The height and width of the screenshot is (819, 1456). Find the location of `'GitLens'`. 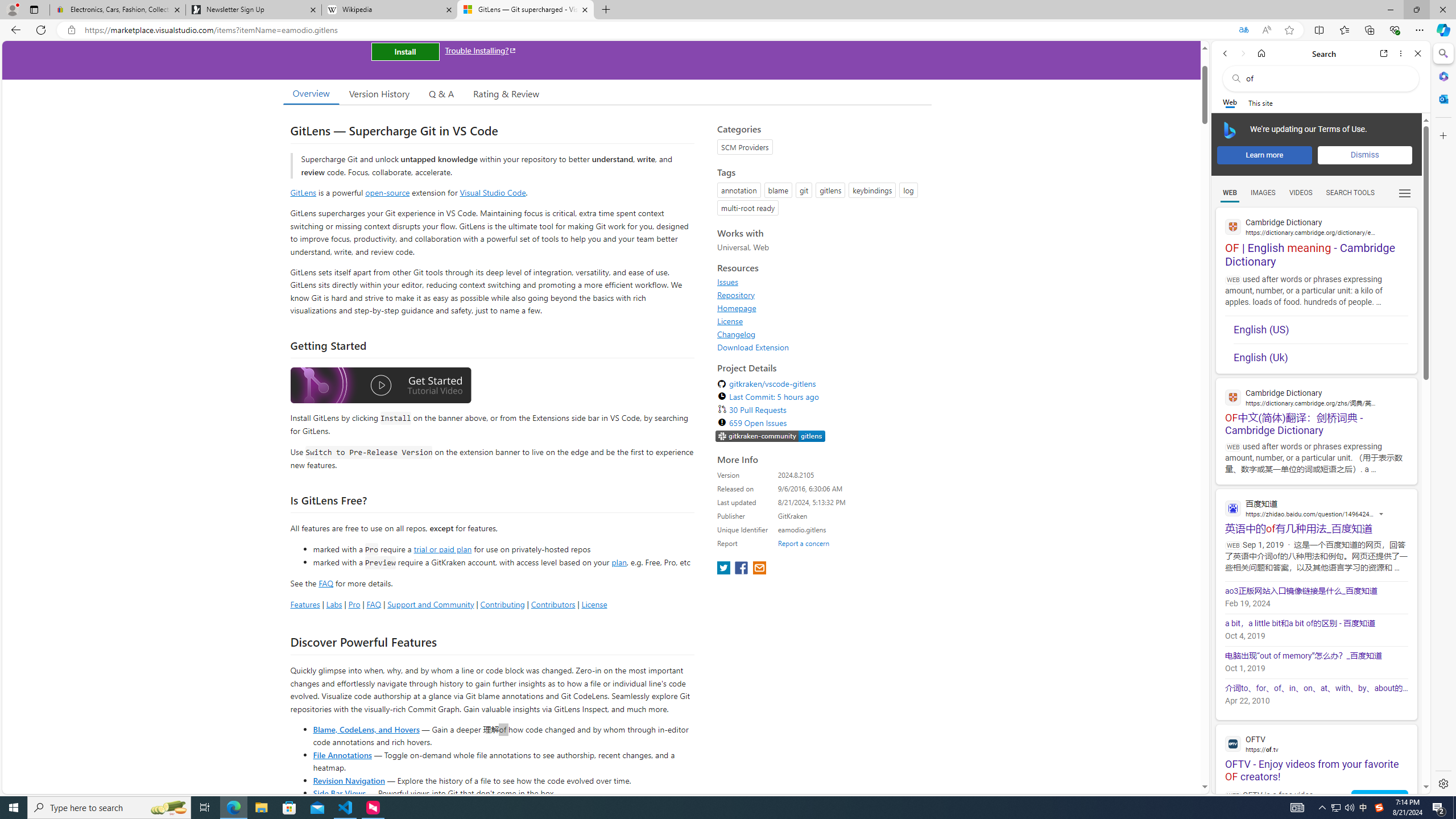

'GitLens' is located at coordinates (303, 192).